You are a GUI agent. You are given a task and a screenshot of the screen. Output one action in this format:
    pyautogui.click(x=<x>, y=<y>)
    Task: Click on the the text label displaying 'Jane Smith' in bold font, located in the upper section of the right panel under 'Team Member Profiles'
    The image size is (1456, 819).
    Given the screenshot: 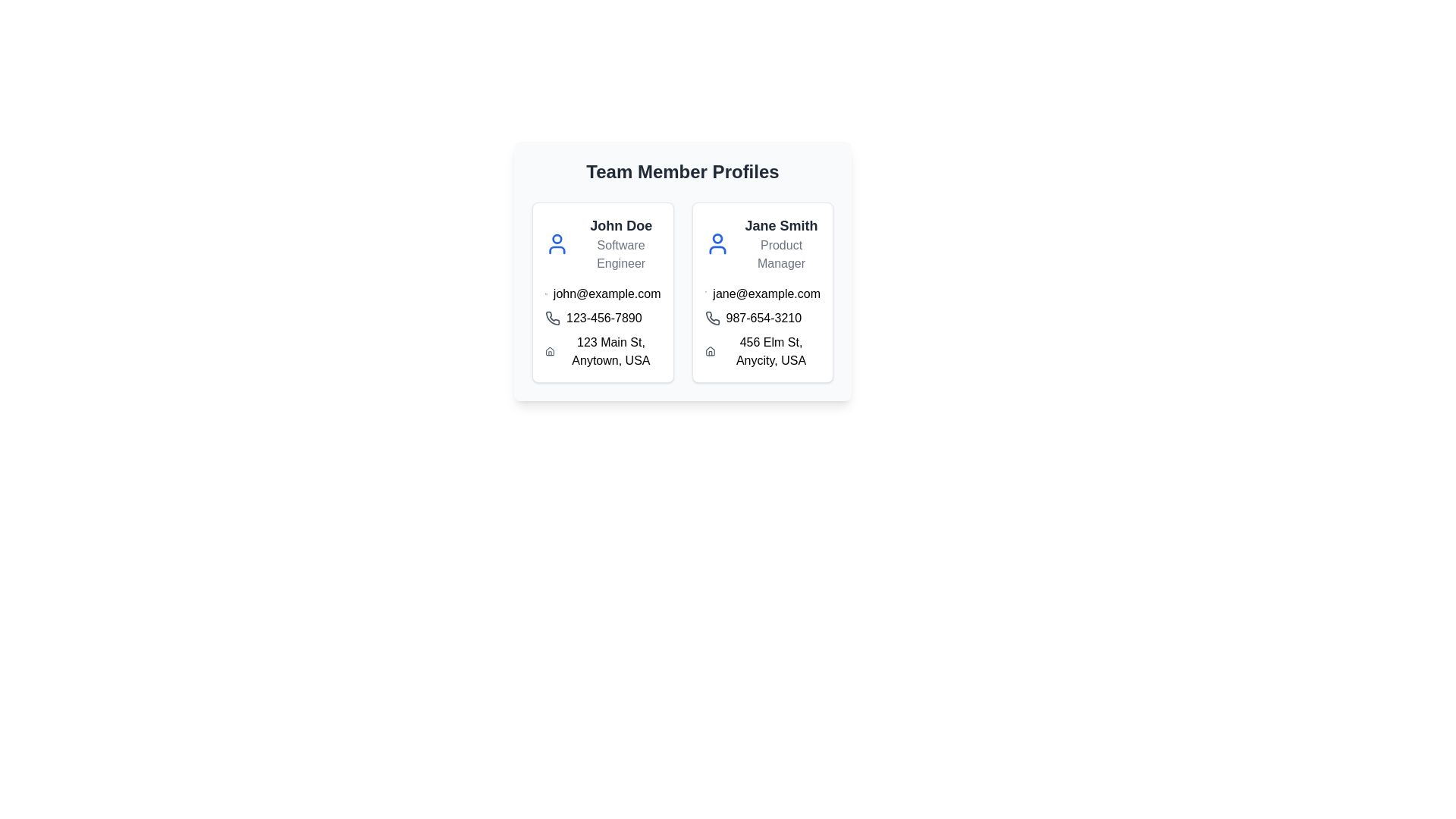 What is the action you would take?
    pyautogui.click(x=781, y=225)
    